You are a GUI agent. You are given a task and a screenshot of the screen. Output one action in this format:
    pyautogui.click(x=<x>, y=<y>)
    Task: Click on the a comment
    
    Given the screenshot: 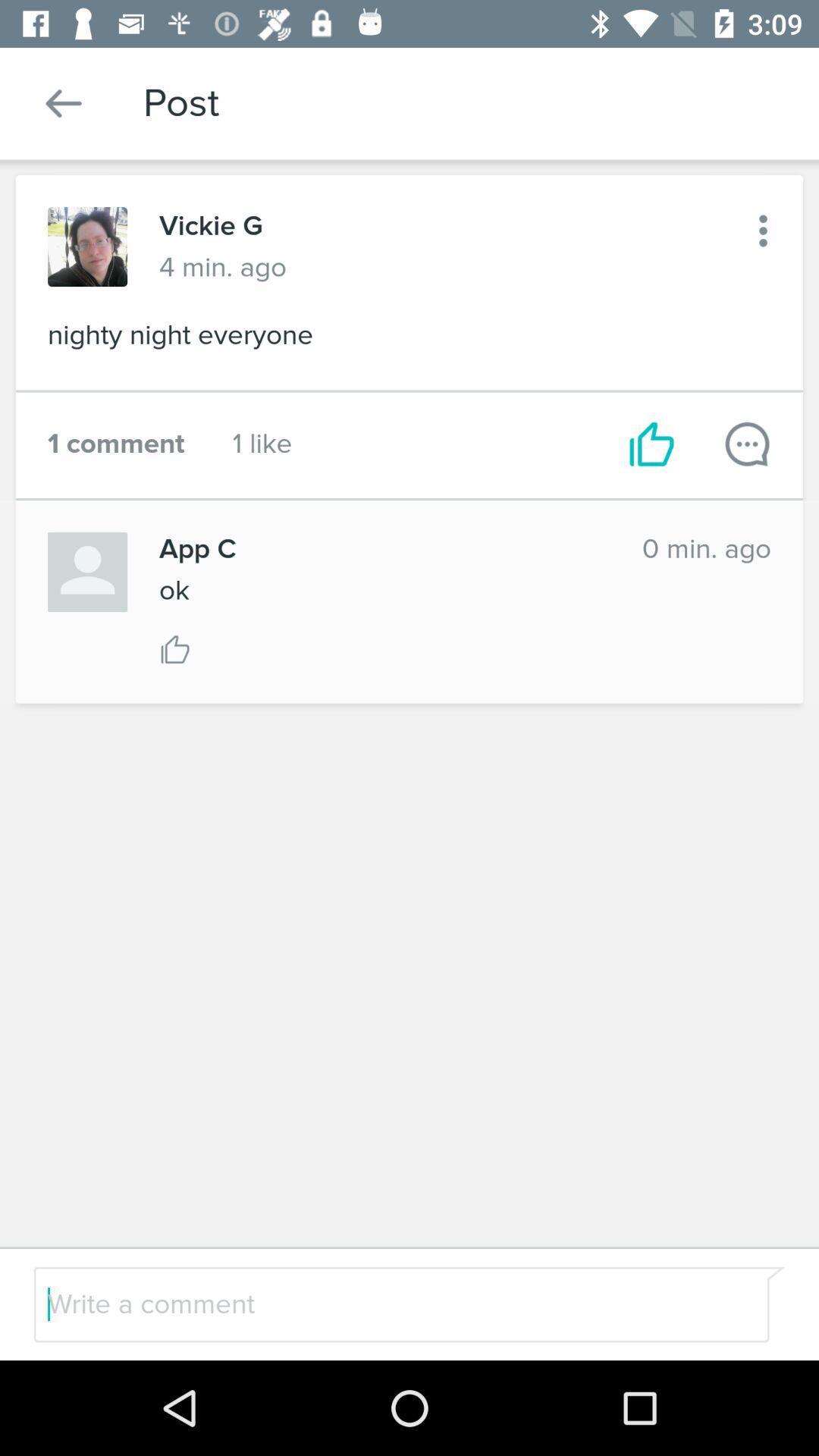 What is the action you would take?
    pyautogui.click(x=369, y=1304)
    